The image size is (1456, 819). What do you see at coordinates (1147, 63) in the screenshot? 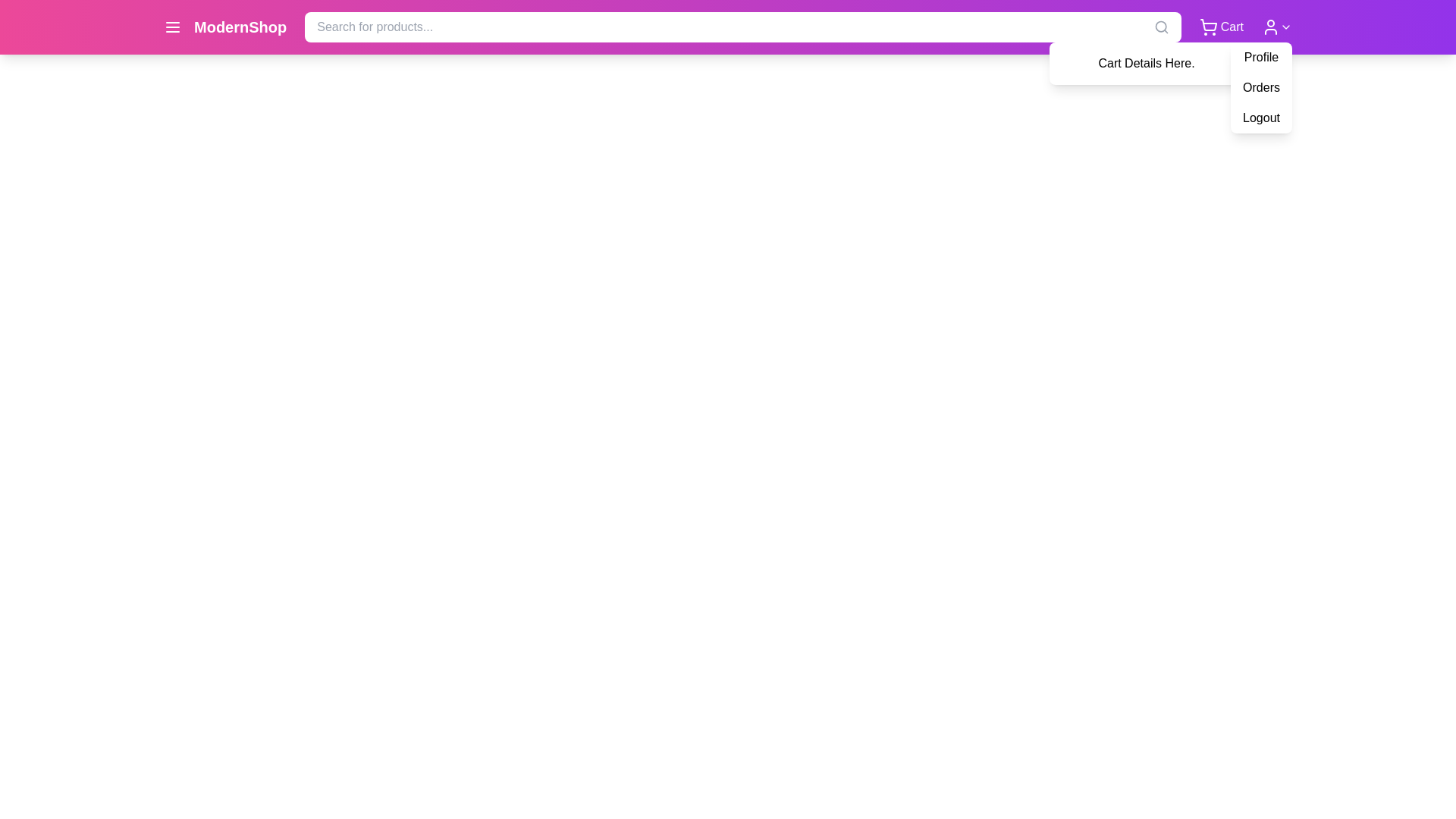
I see `the pop-up styled panel with a white background and the text 'Cart Details Here.'` at bounding box center [1147, 63].